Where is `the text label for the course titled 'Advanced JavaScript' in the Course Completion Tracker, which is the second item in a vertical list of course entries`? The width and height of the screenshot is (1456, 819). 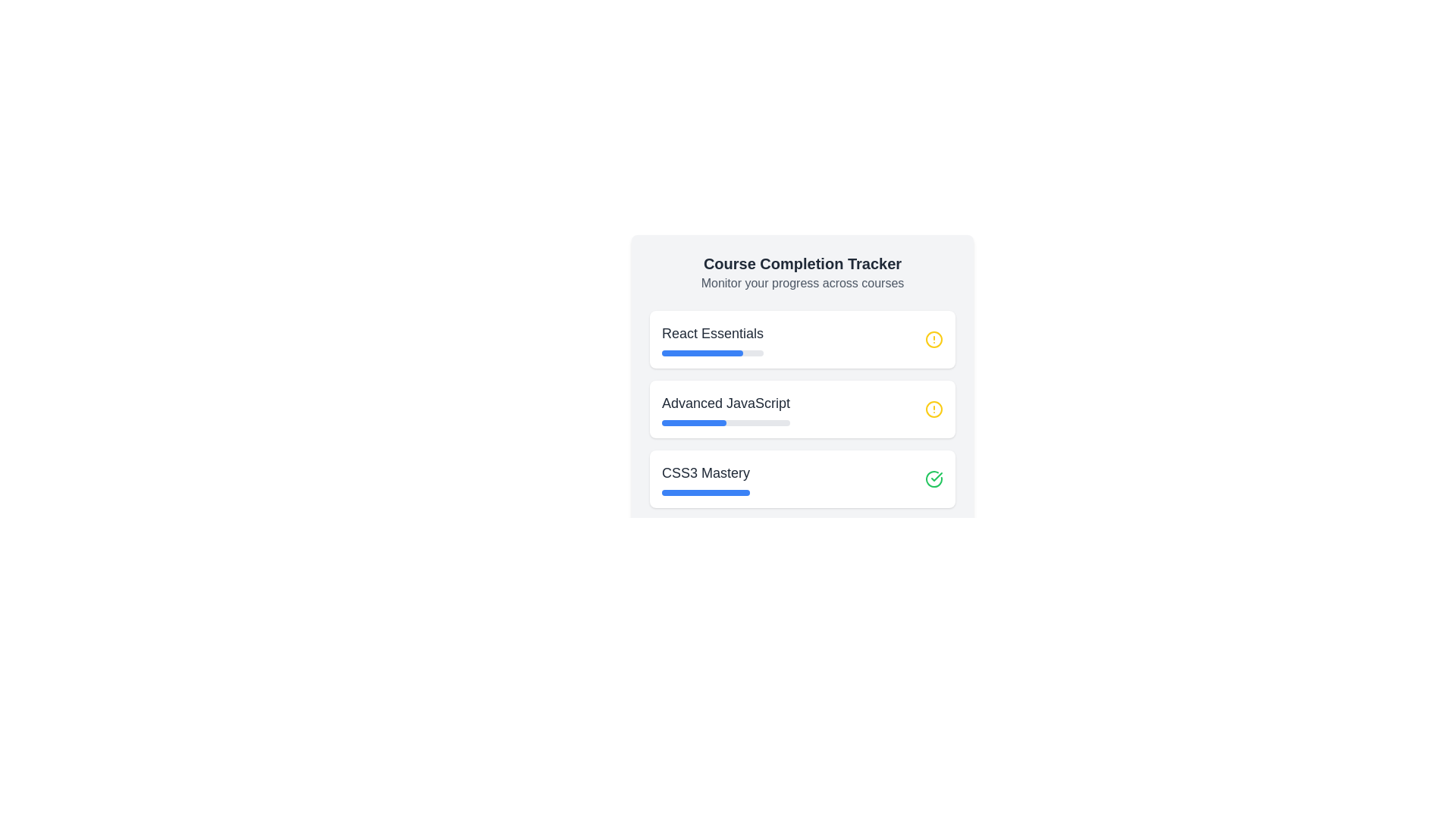 the text label for the course titled 'Advanced JavaScript' in the Course Completion Tracker, which is the second item in a vertical list of course entries is located at coordinates (725, 409).